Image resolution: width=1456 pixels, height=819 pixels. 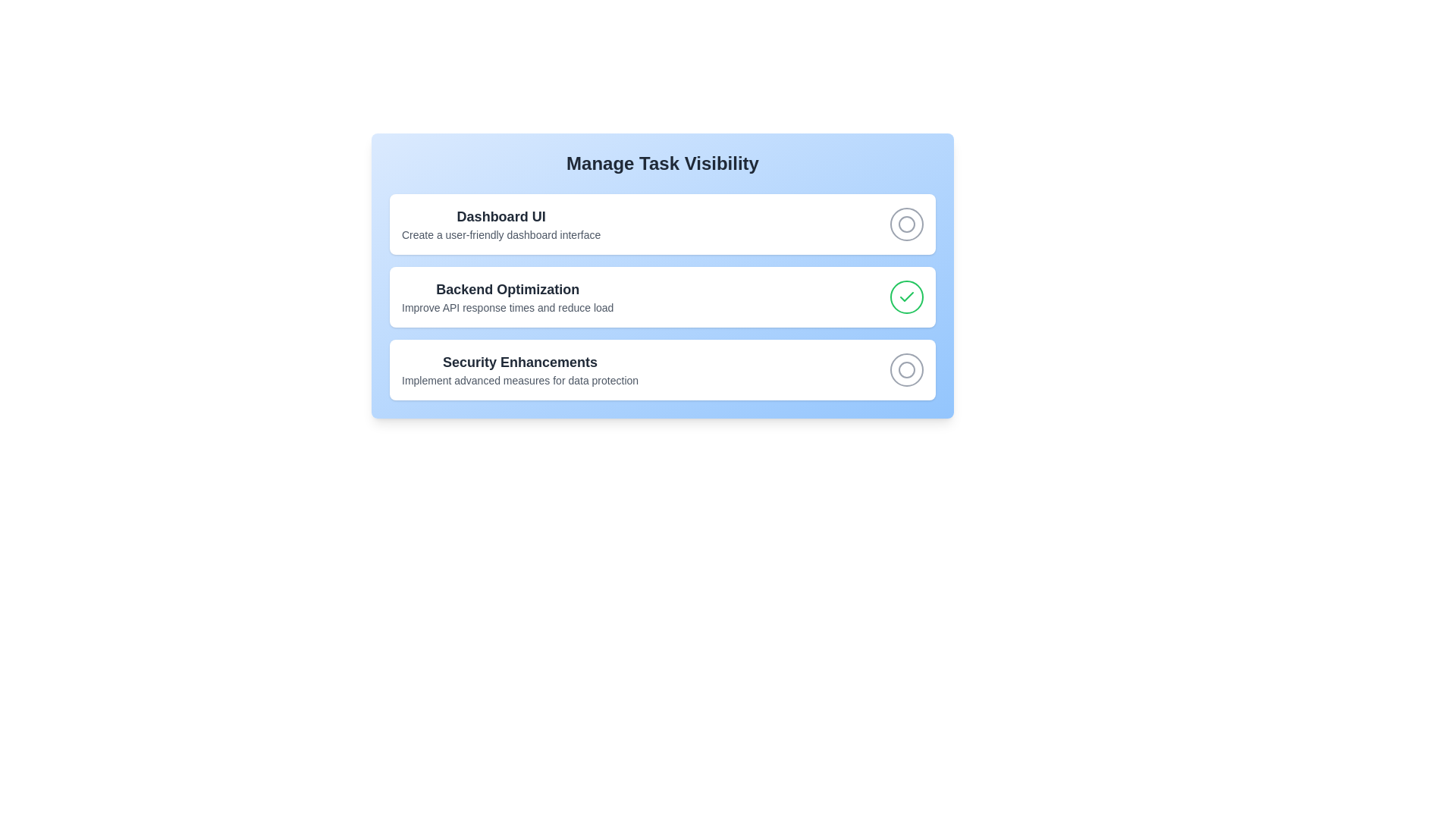 I want to click on the interactive checkbox located on the right side of the first row in the vertical list, adjacent to the text 'Dashboard UI', so click(x=906, y=224).